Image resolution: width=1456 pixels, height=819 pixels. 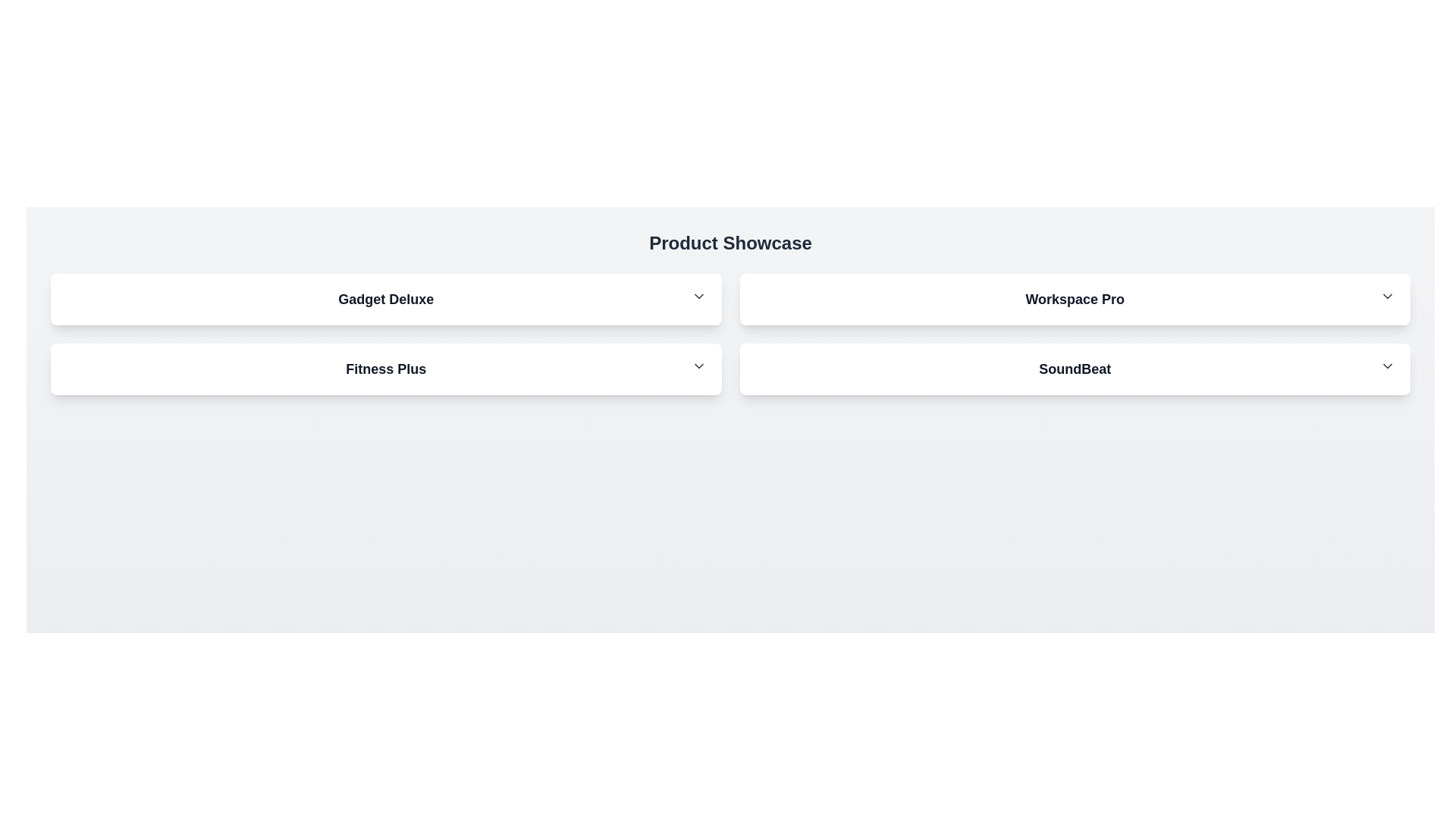 I want to click on the 'Fitness Plus' text label, which is styled with a bold font and black color, positioned centrally in its card layout, so click(x=386, y=369).